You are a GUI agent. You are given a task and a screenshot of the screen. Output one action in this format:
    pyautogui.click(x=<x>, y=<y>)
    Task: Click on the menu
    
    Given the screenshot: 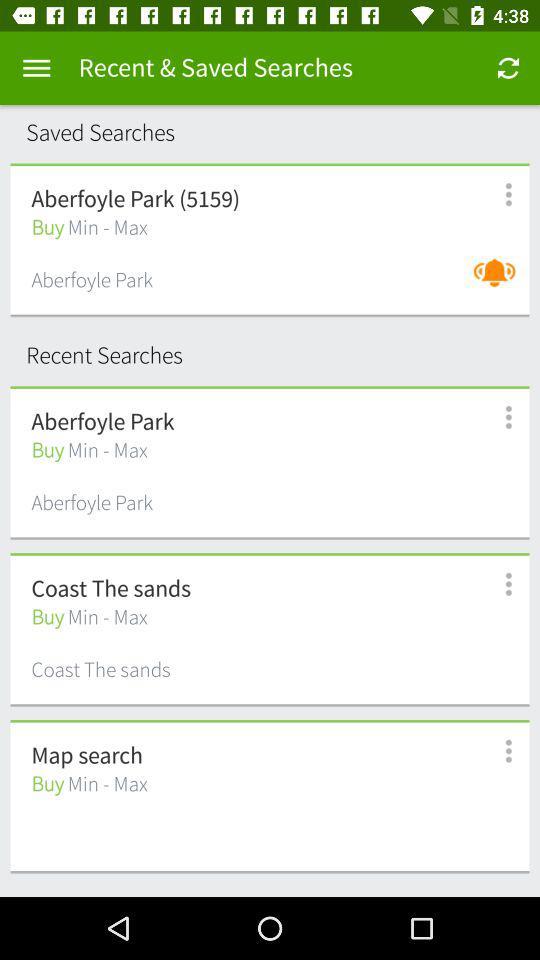 What is the action you would take?
    pyautogui.click(x=36, y=68)
    